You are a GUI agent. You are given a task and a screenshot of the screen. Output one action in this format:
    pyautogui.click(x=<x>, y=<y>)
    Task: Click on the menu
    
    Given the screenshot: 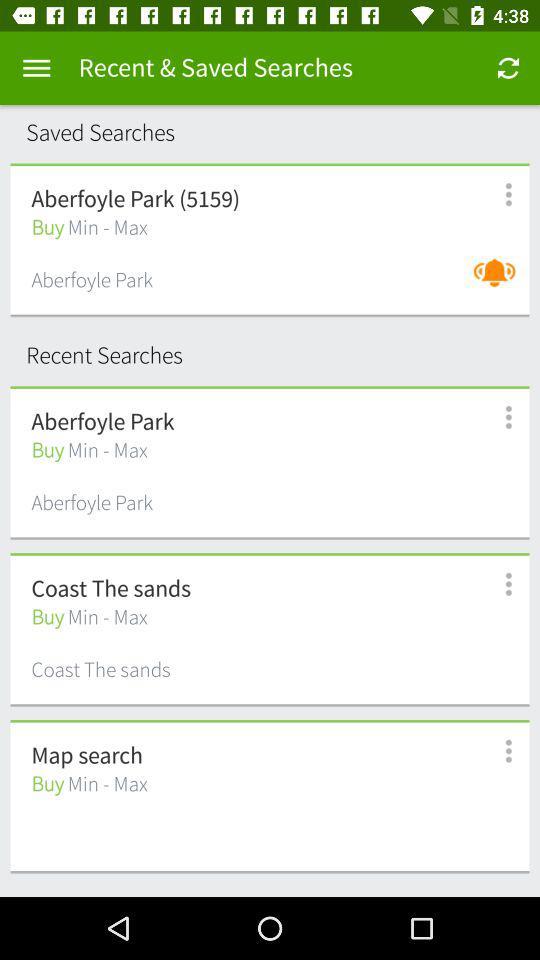 What is the action you would take?
    pyautogui.click(x=36, y=68)
    